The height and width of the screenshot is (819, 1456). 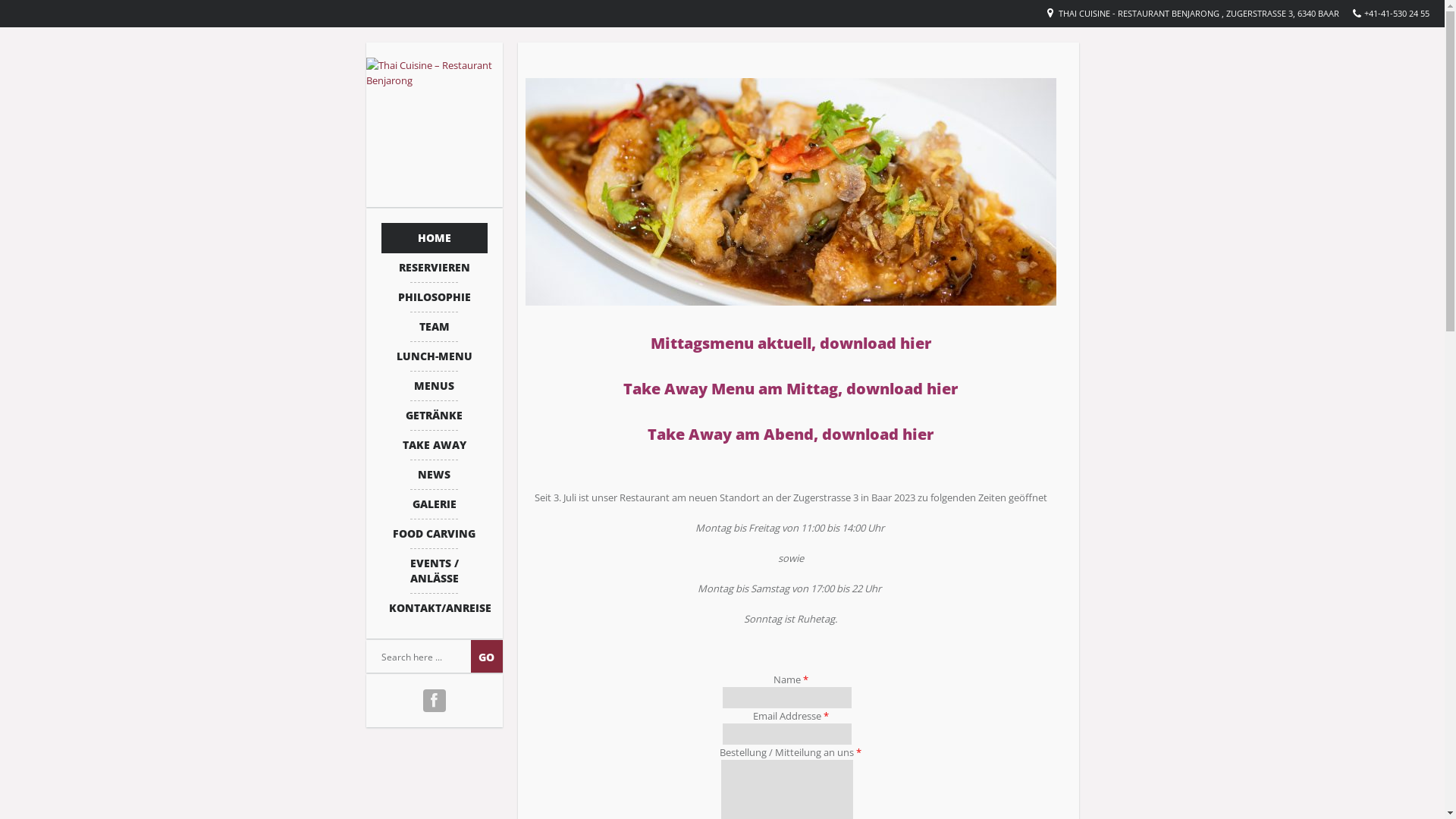 What do you see at coordinates (432, 326) in the screenshot?
I see `'TEAM'` at bounding box center [432, 326].